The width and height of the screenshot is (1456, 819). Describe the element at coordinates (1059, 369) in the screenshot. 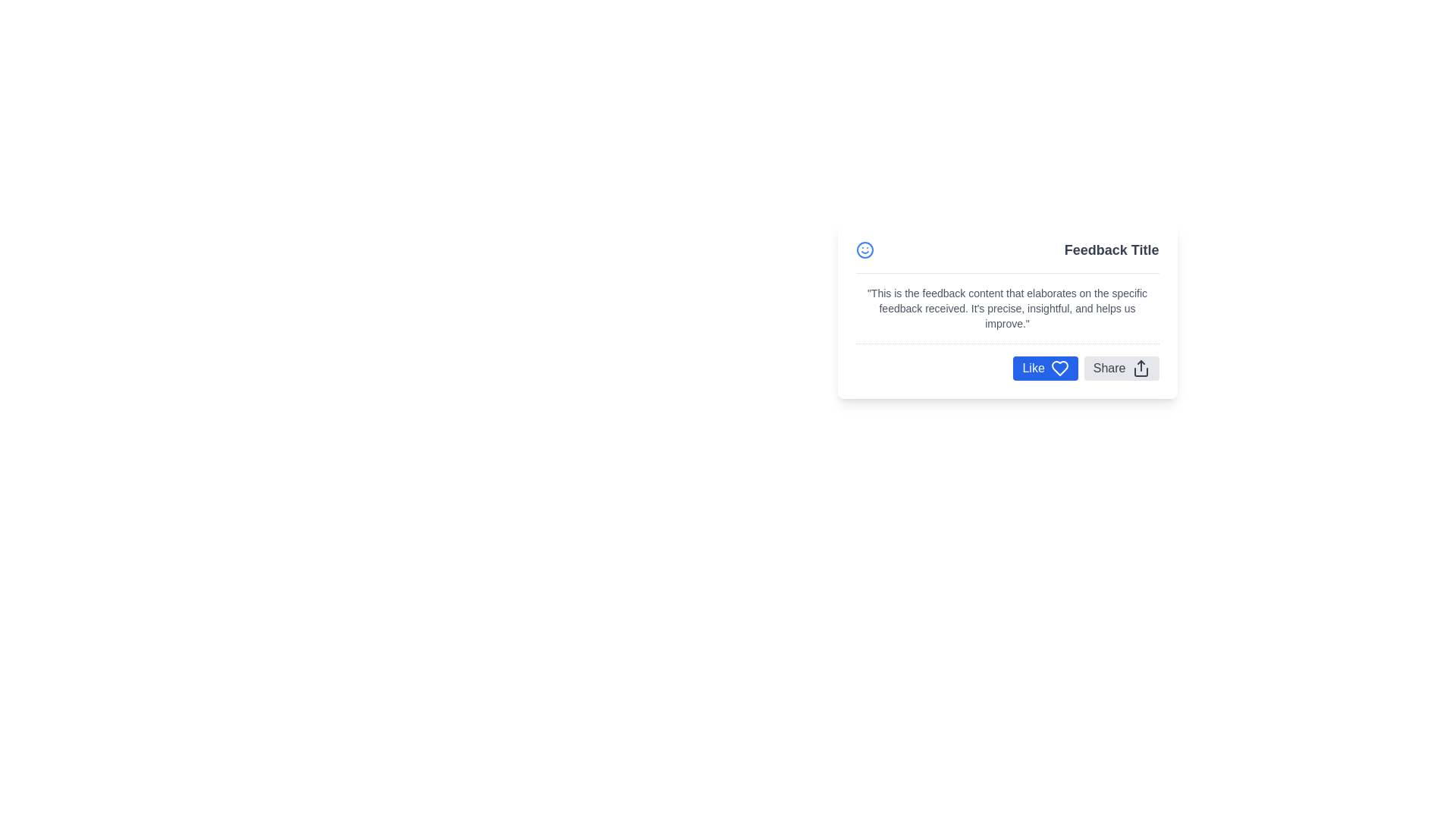

I see `the 'like' icon located within the 'Like' button at the bottom-right of the feedback card` at that location.